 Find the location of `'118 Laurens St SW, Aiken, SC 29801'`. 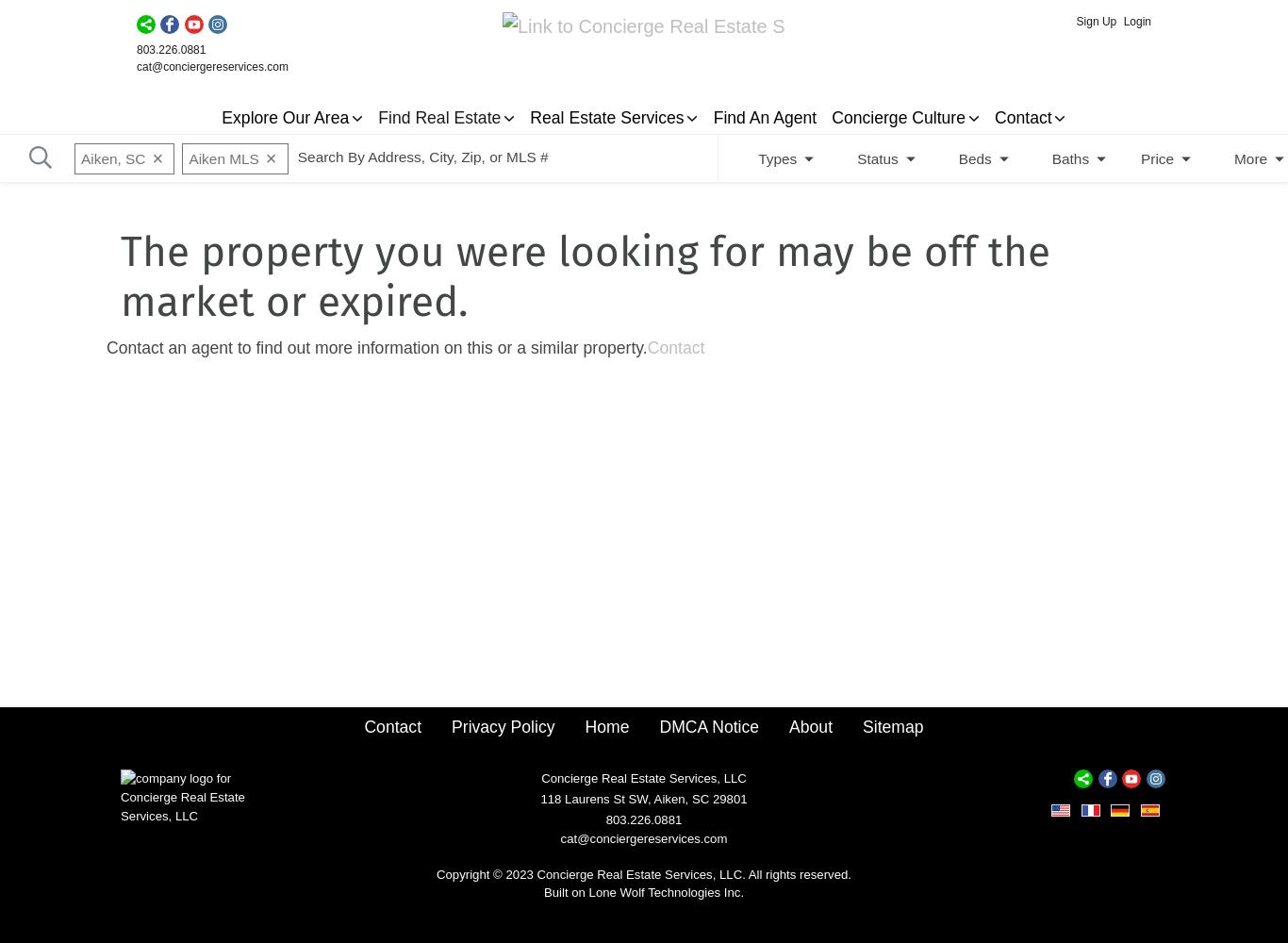

'118 Laurens St SW, Aiken, SC 29801' is located at coordinates (642, 798).